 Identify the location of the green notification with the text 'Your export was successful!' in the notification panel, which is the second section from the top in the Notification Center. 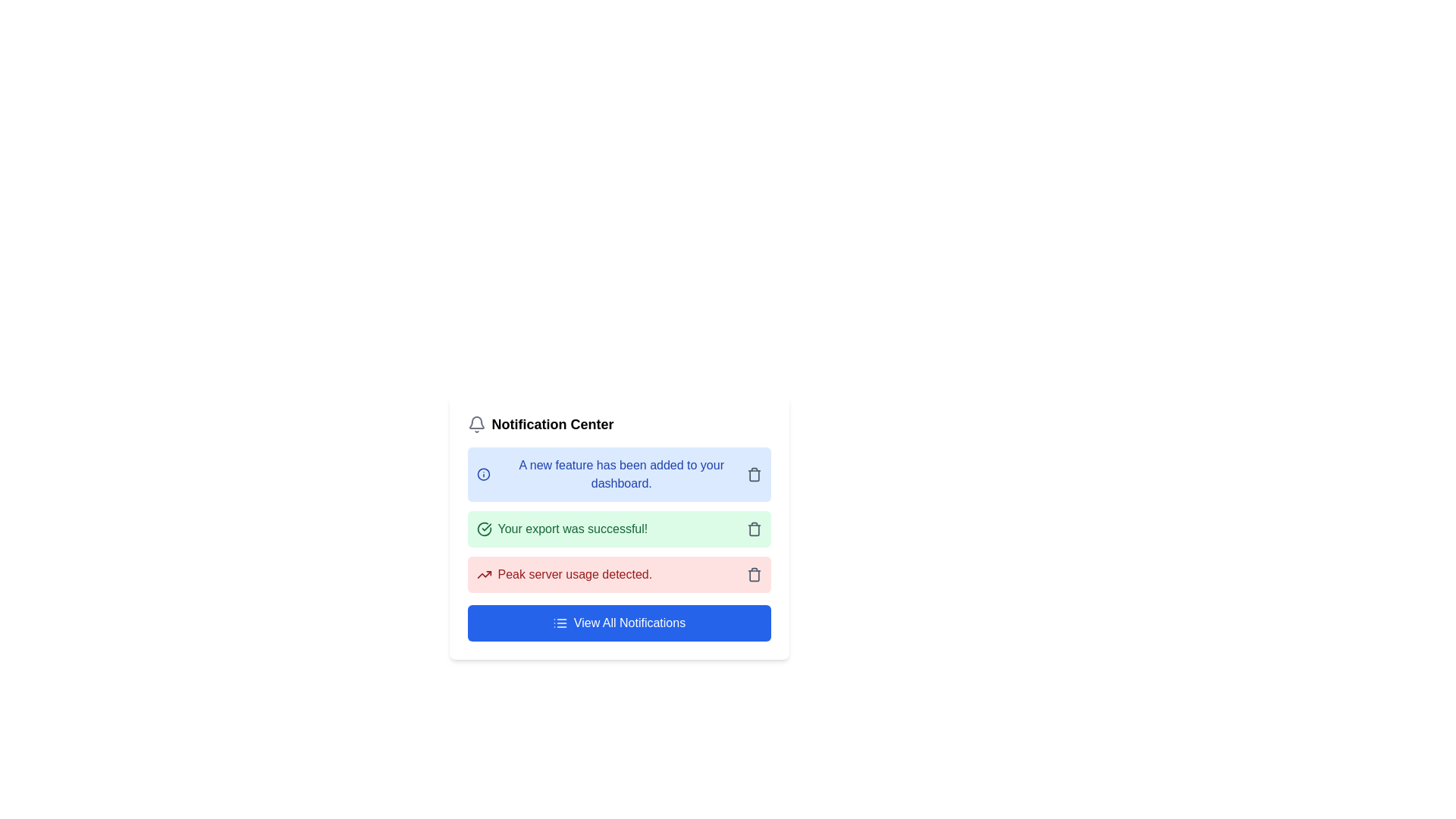
(619, 519).